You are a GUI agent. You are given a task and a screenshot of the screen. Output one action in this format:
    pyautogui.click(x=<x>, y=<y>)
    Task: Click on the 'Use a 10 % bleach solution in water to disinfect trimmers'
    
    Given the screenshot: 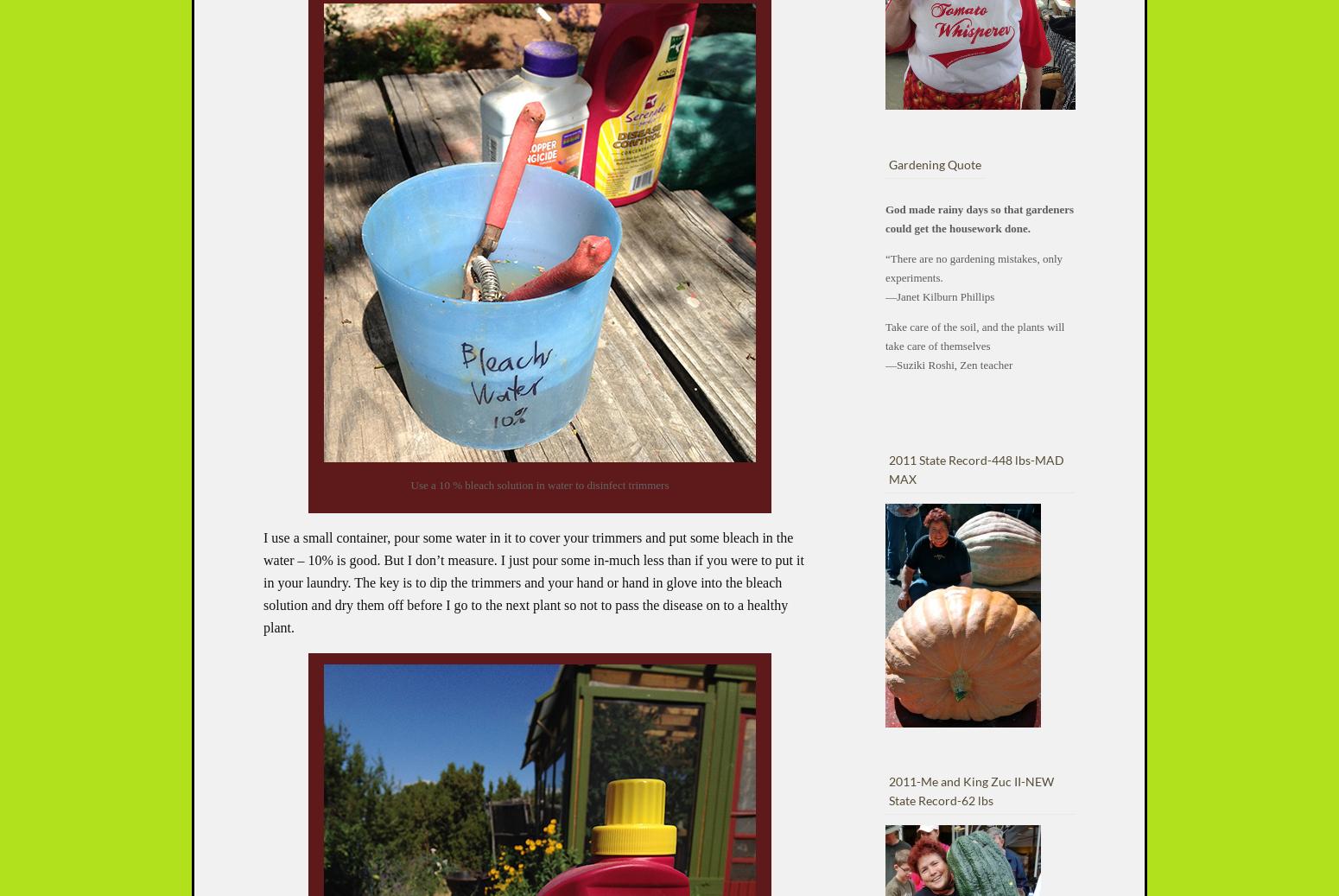 What is the action you would take?
    pyautogui.click(x=538, y=485)
    